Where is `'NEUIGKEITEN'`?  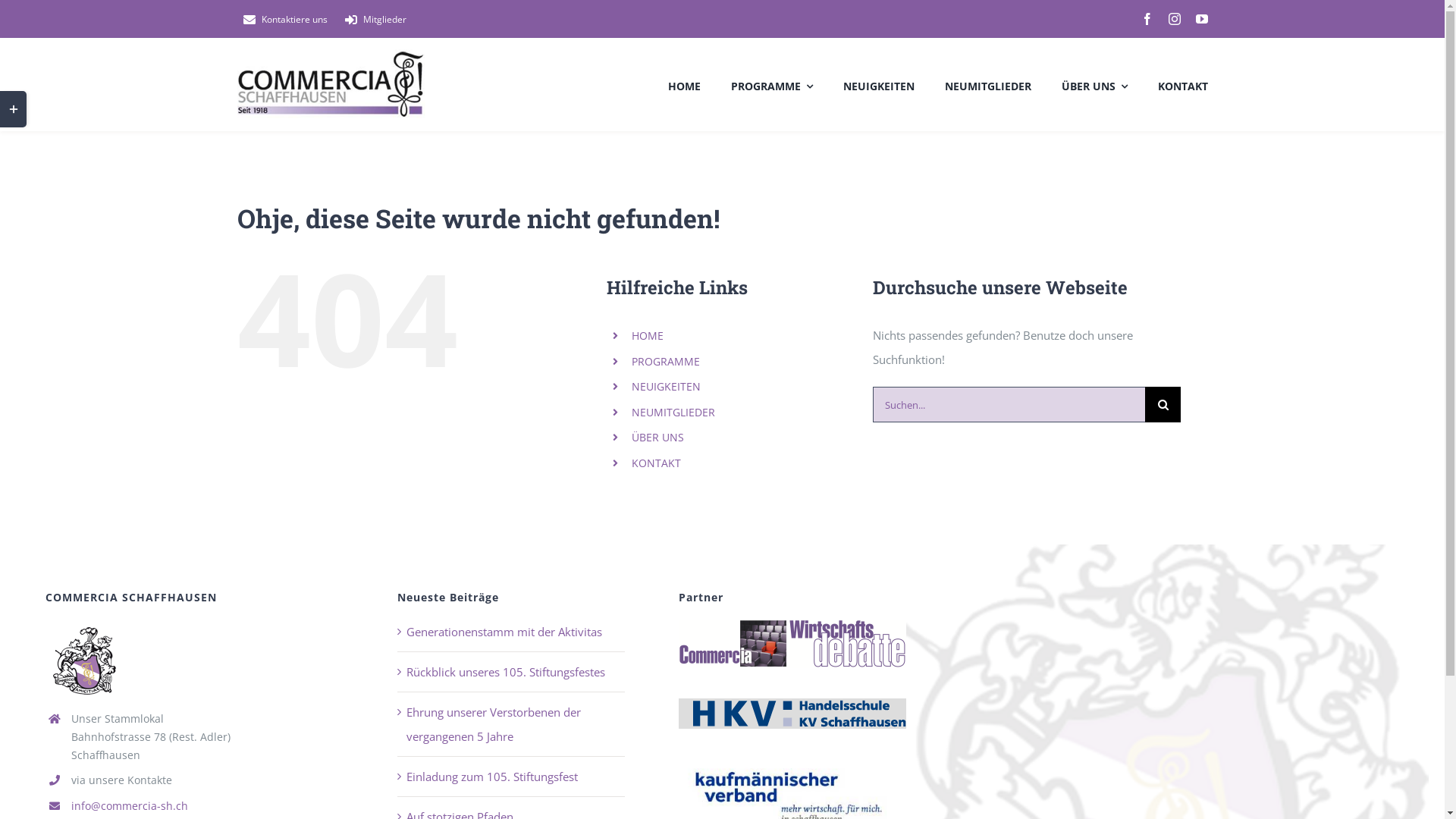
'NEUIGKEITEN' is located at coordinates (666, 385).